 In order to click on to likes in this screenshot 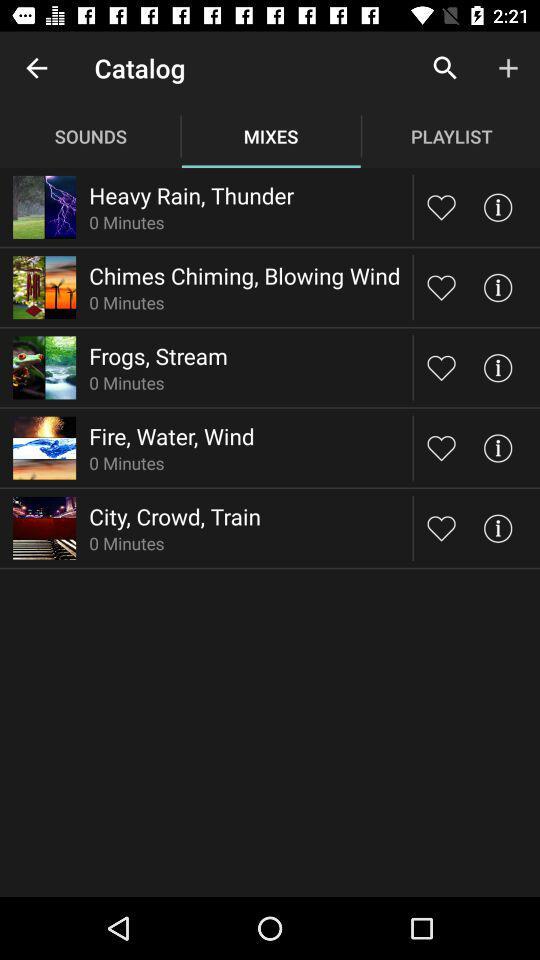, I will do `click(441, 207)`.